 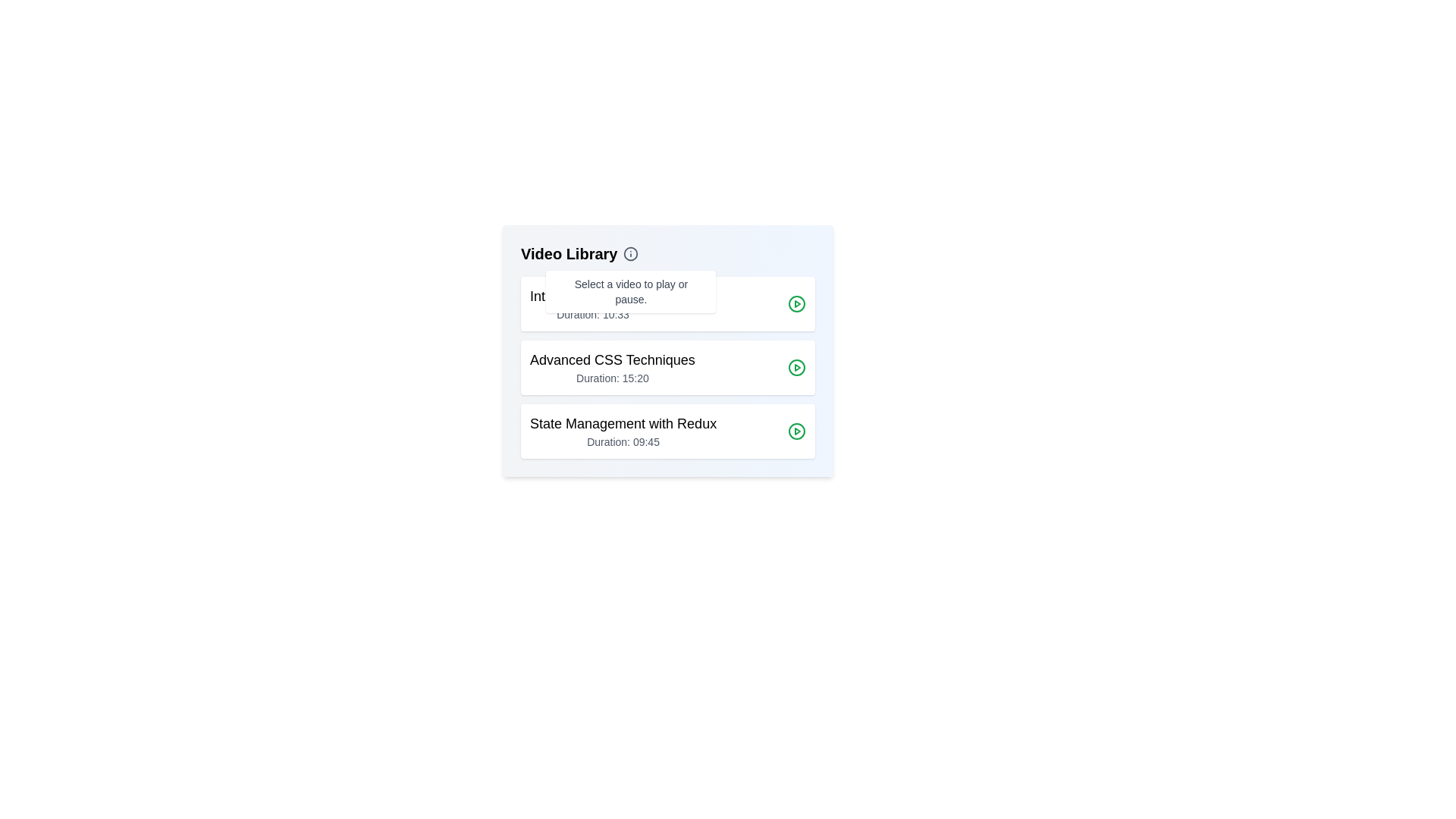 What do you see at coordinates (623, 431) in the screenshot?
I see `the video option list item, which displays the title and duration, located in the Video Library section` at bounding box center [623, 431].